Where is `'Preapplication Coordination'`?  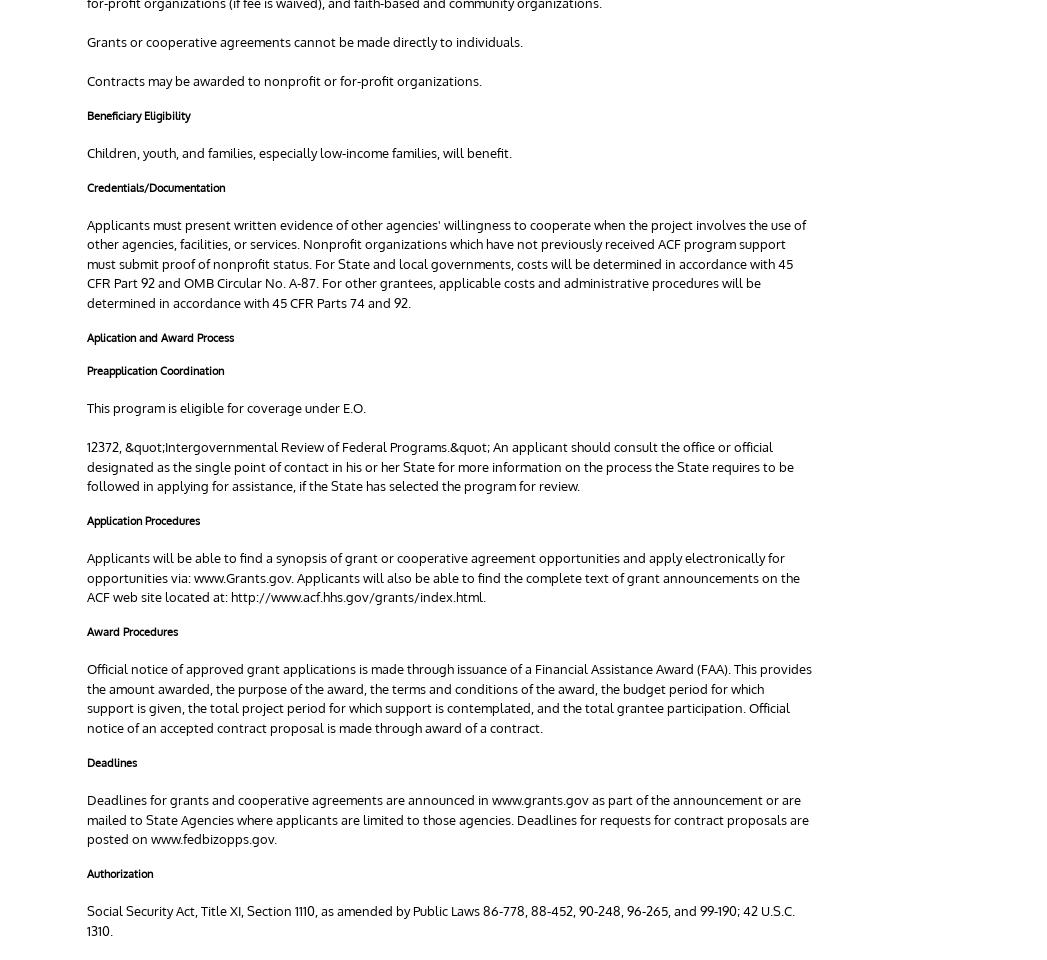
'Preapplication Coordination' is located at coordinates (155, 370).